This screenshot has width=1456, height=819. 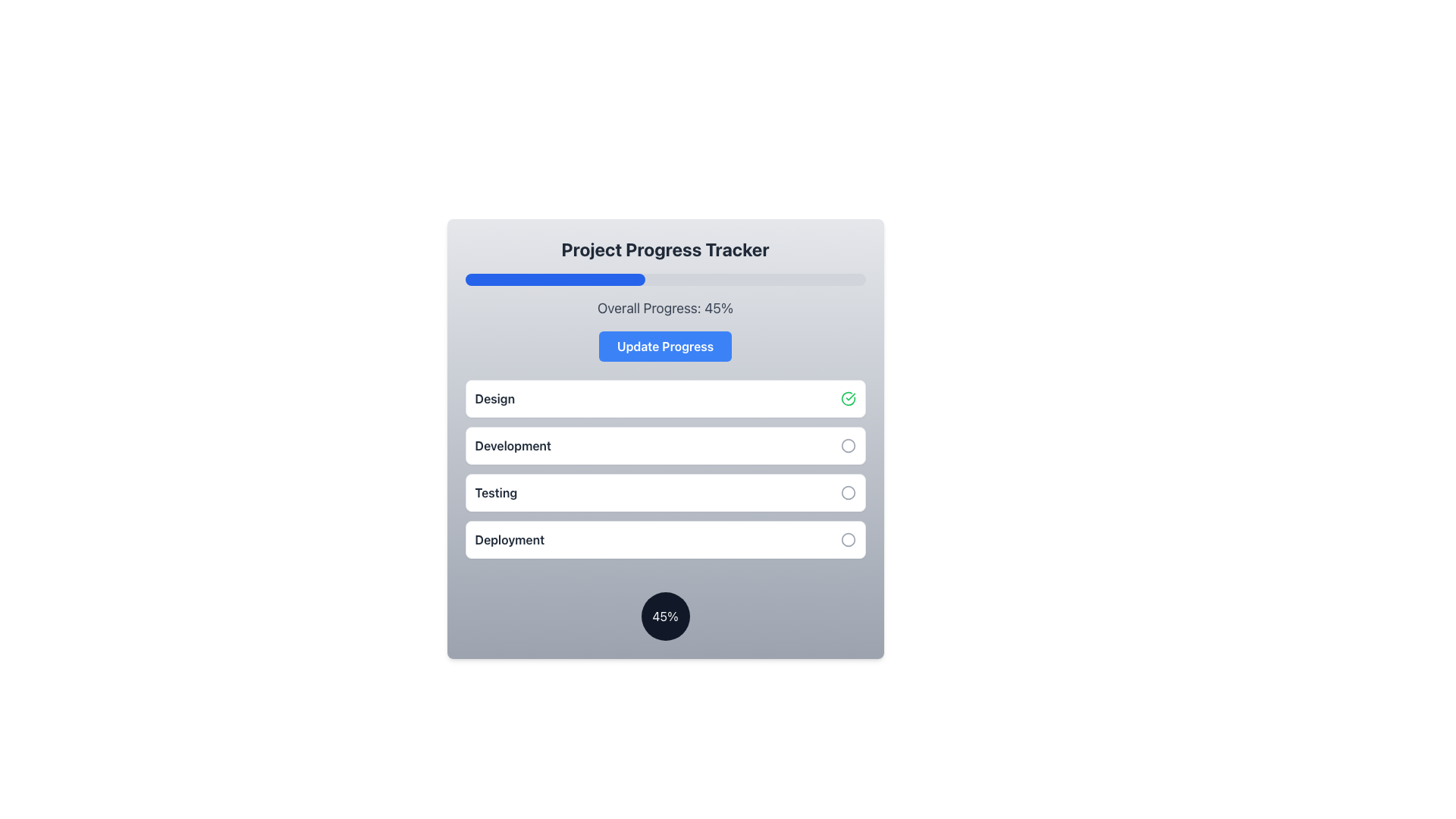 I want to click on the circular gray status icon located in the 'Testing' row, which is the third status indicator in the list, so click(x=847, y=493).